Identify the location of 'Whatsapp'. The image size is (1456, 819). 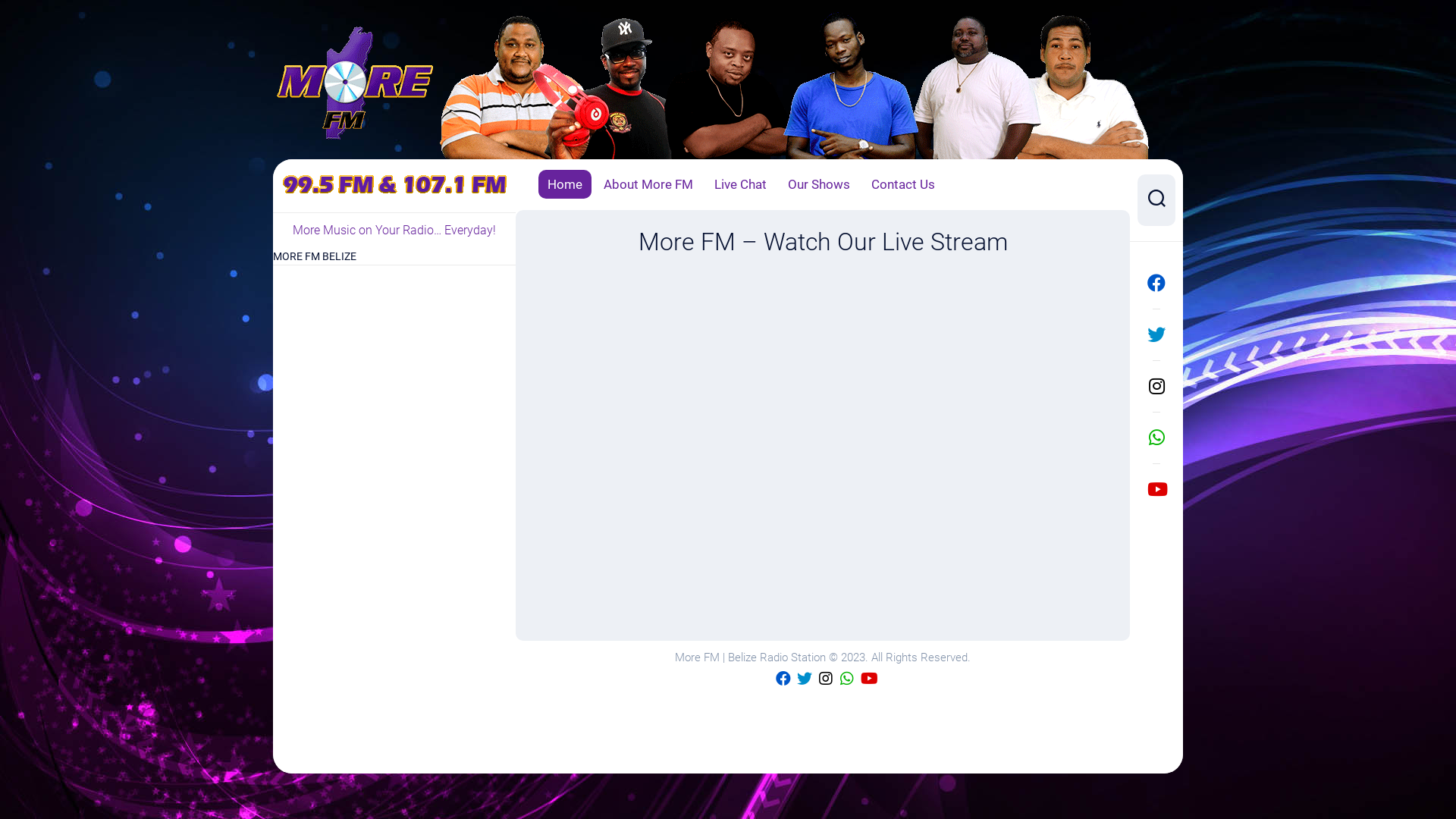
(846, 677).